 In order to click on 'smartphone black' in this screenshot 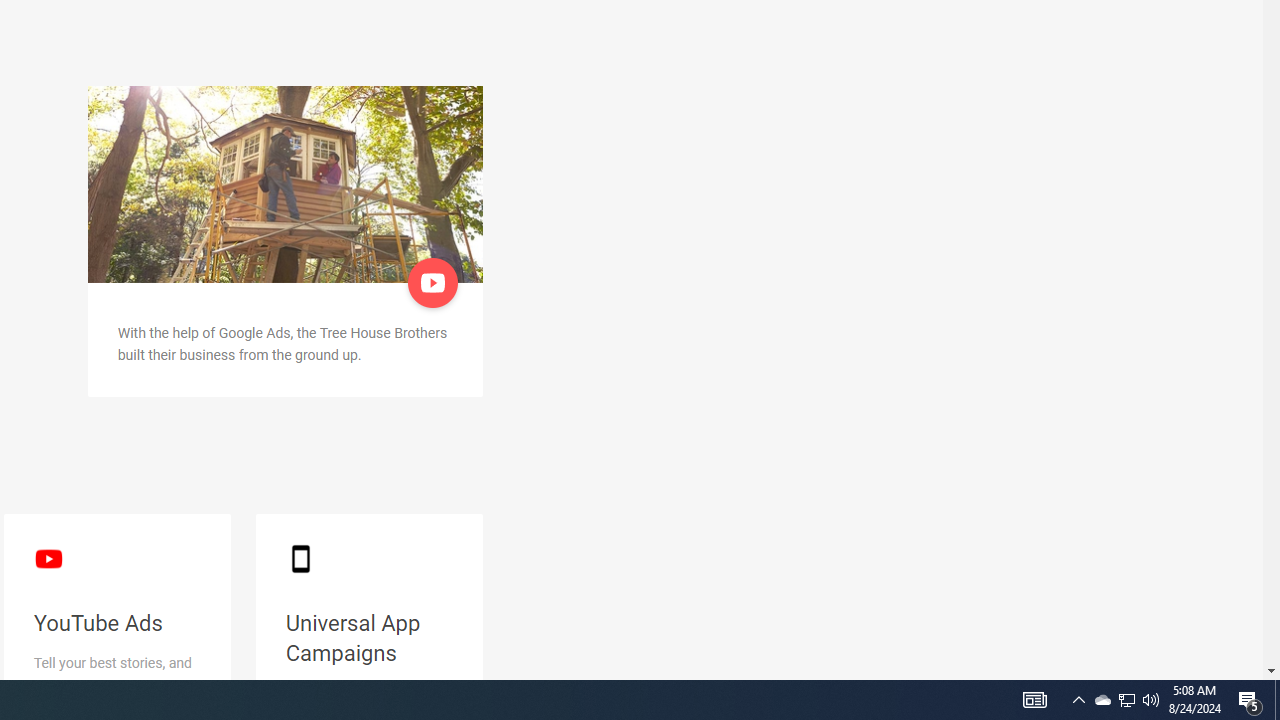, I will do `click(299, 559)`.